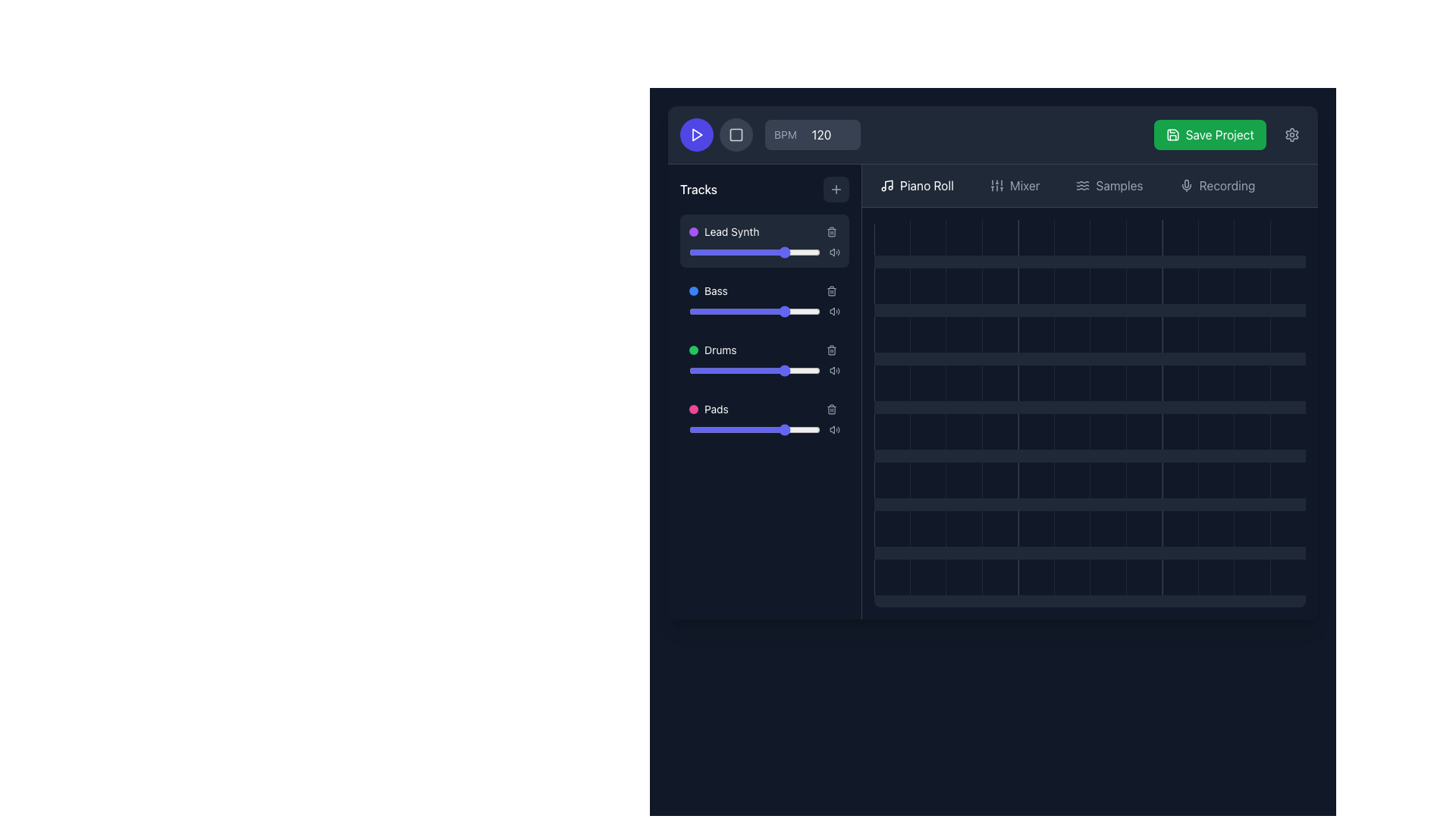  I want to click on the slider value, so click(789, 311).